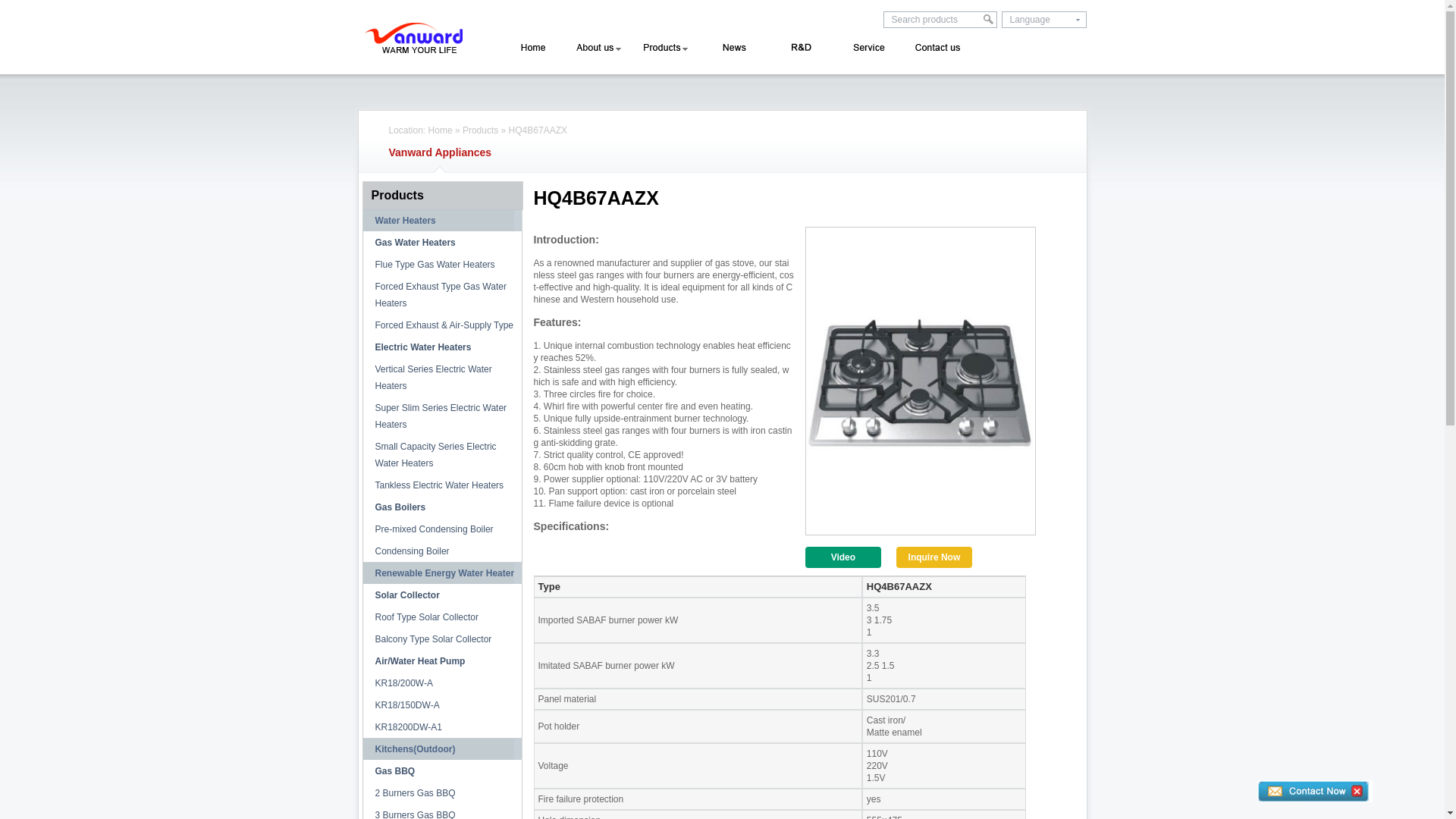  Describe the element at coordinates (441, 748) in the screenshot. I see `'Kitchens(Outdoor)'` at that location.